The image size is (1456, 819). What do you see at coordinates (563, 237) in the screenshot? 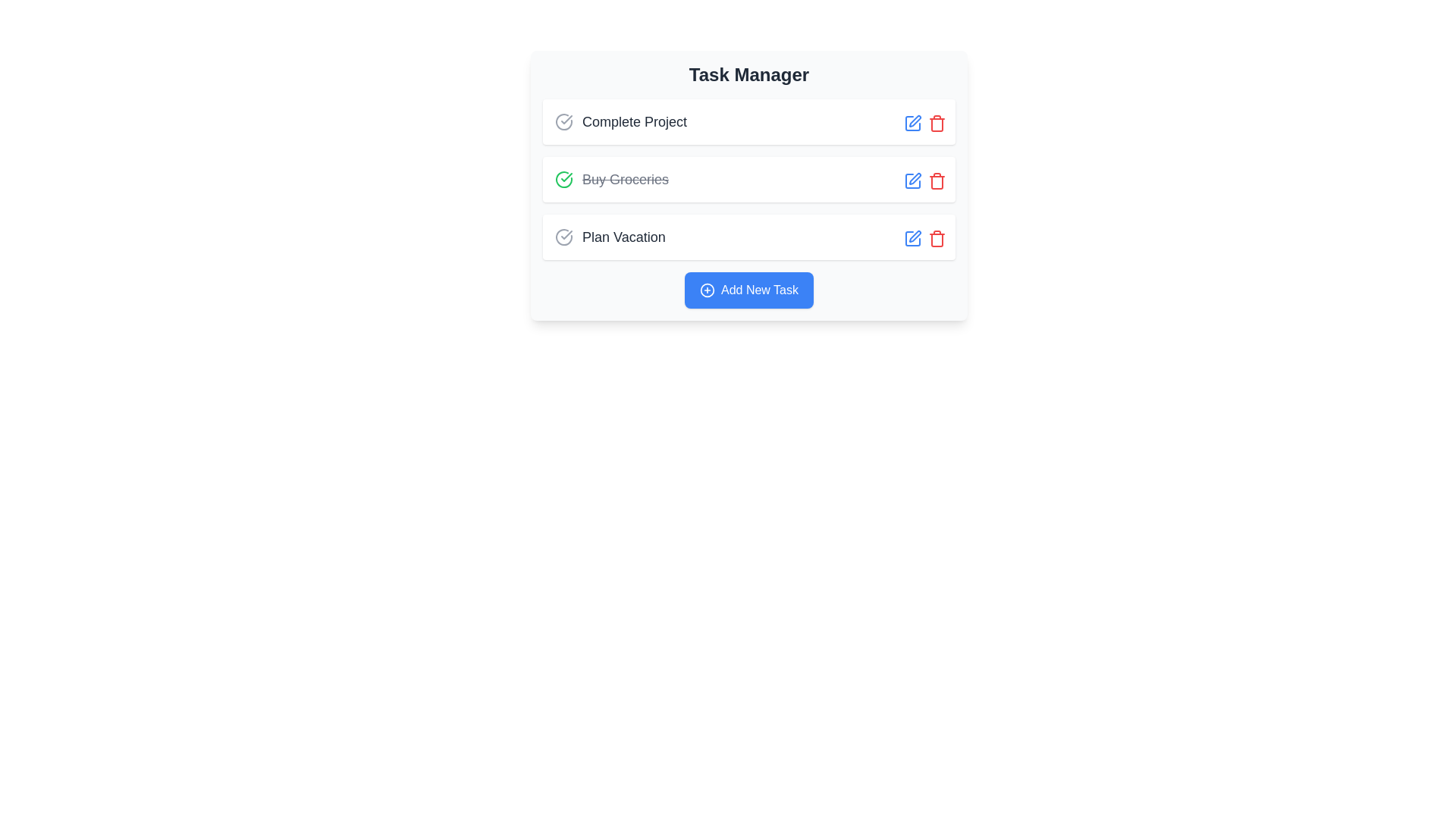
I see `the visual indicator icon for the 'Plan Vacation' task located in the third row of task items` at bounding box center [563, 237].